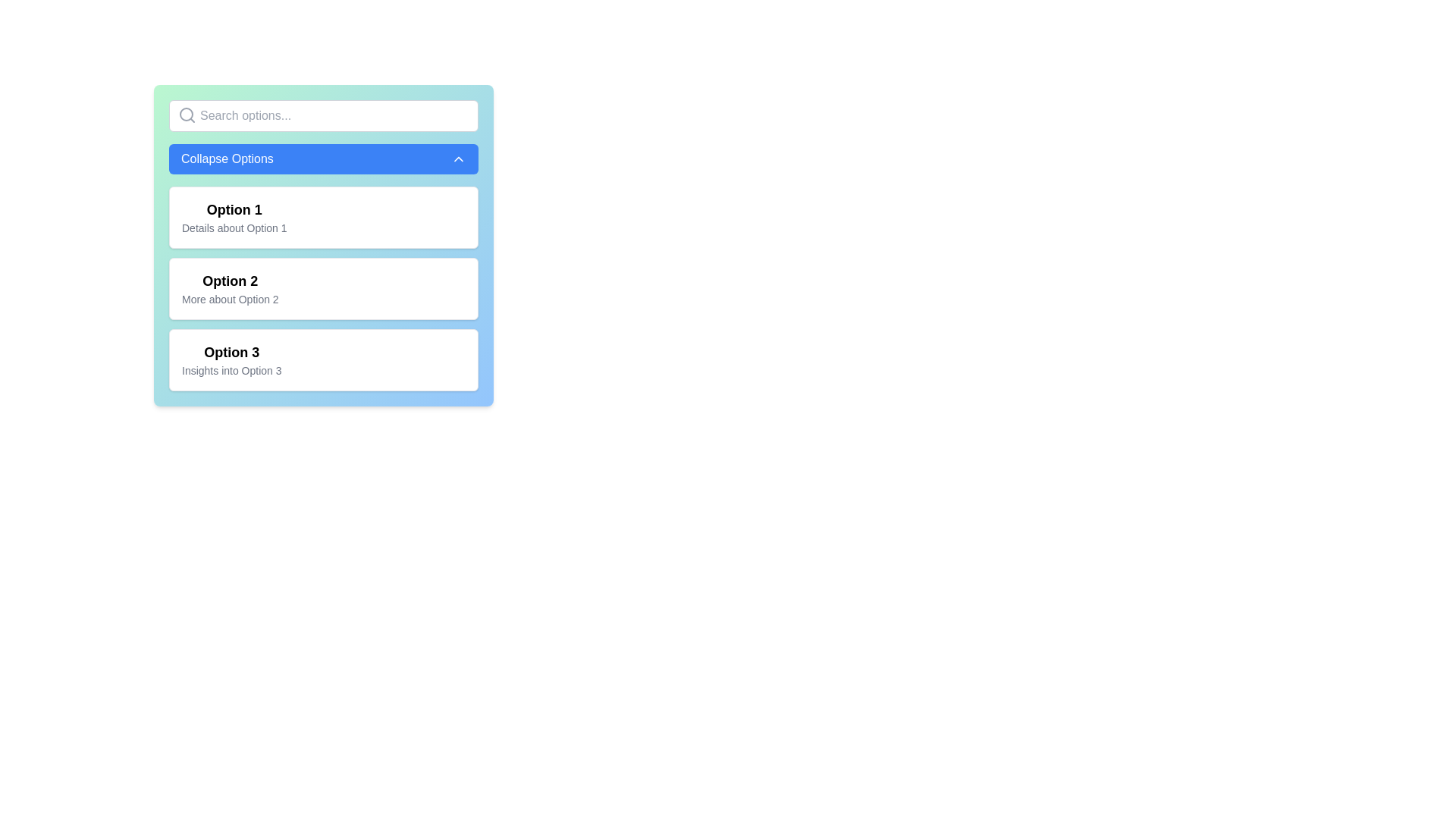  Describe the element at coordinates (234, 217) in the screenshot. I see `the first list item titled 'Option 1' which contains details about Option 1, located directly below the blue button labeled 'Collapse Options'` at that location.